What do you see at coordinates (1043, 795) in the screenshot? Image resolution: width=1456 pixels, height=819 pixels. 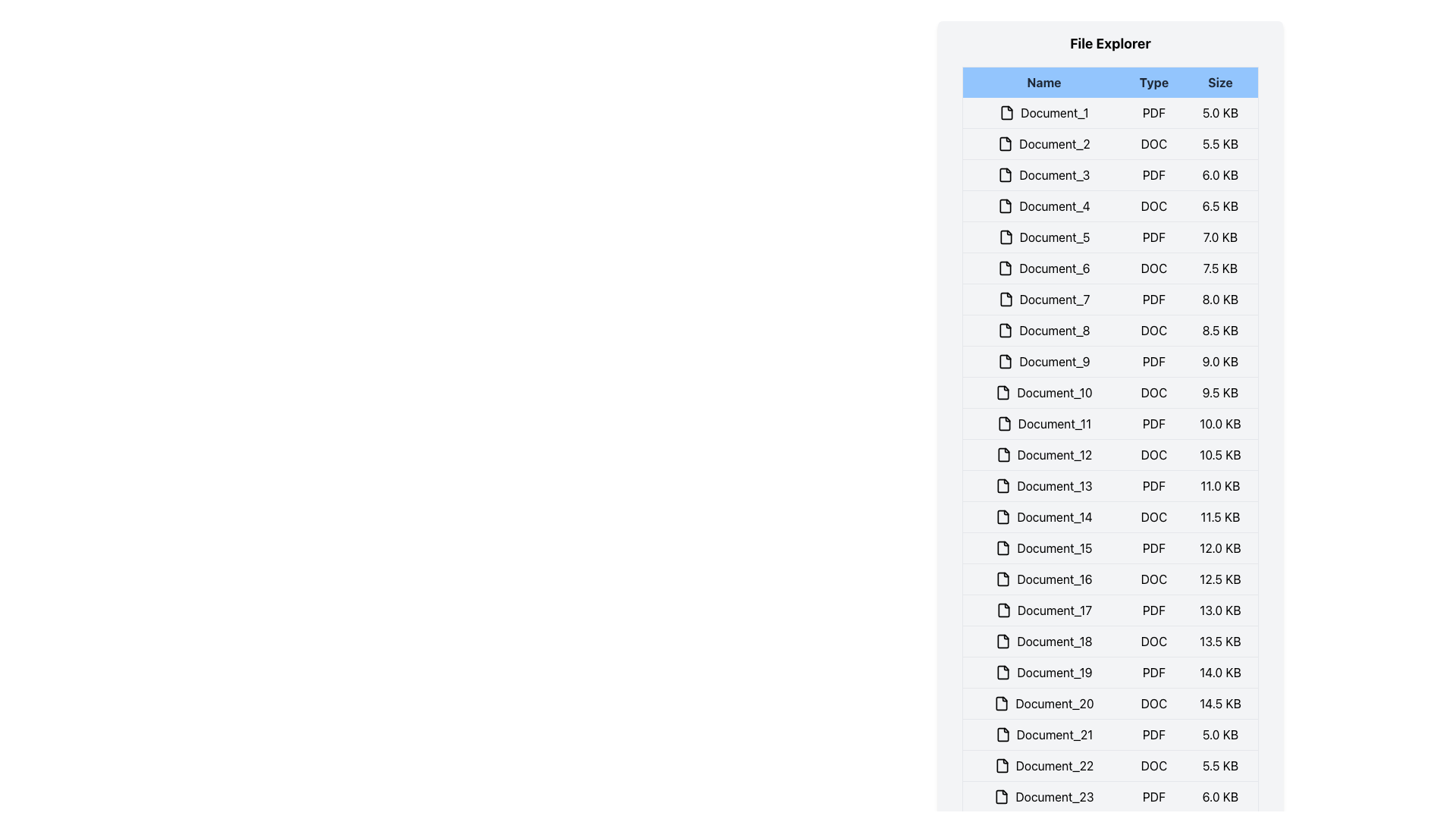 I see `the Text Label with Icon displaying 'Document_23', which is aligned to the right of a document icon within the 'File Explorer' interface` at bounding box center [1043, 795].